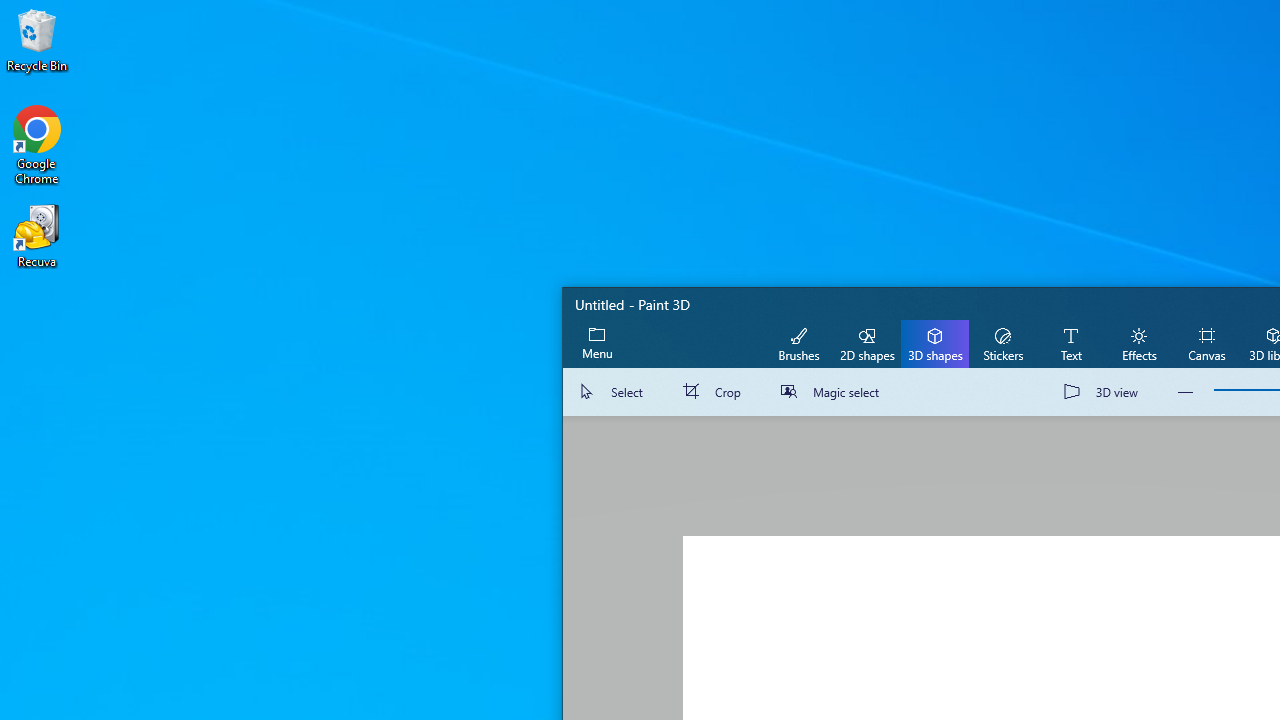  I want to click on 'Canvas', so click(1206, 342).